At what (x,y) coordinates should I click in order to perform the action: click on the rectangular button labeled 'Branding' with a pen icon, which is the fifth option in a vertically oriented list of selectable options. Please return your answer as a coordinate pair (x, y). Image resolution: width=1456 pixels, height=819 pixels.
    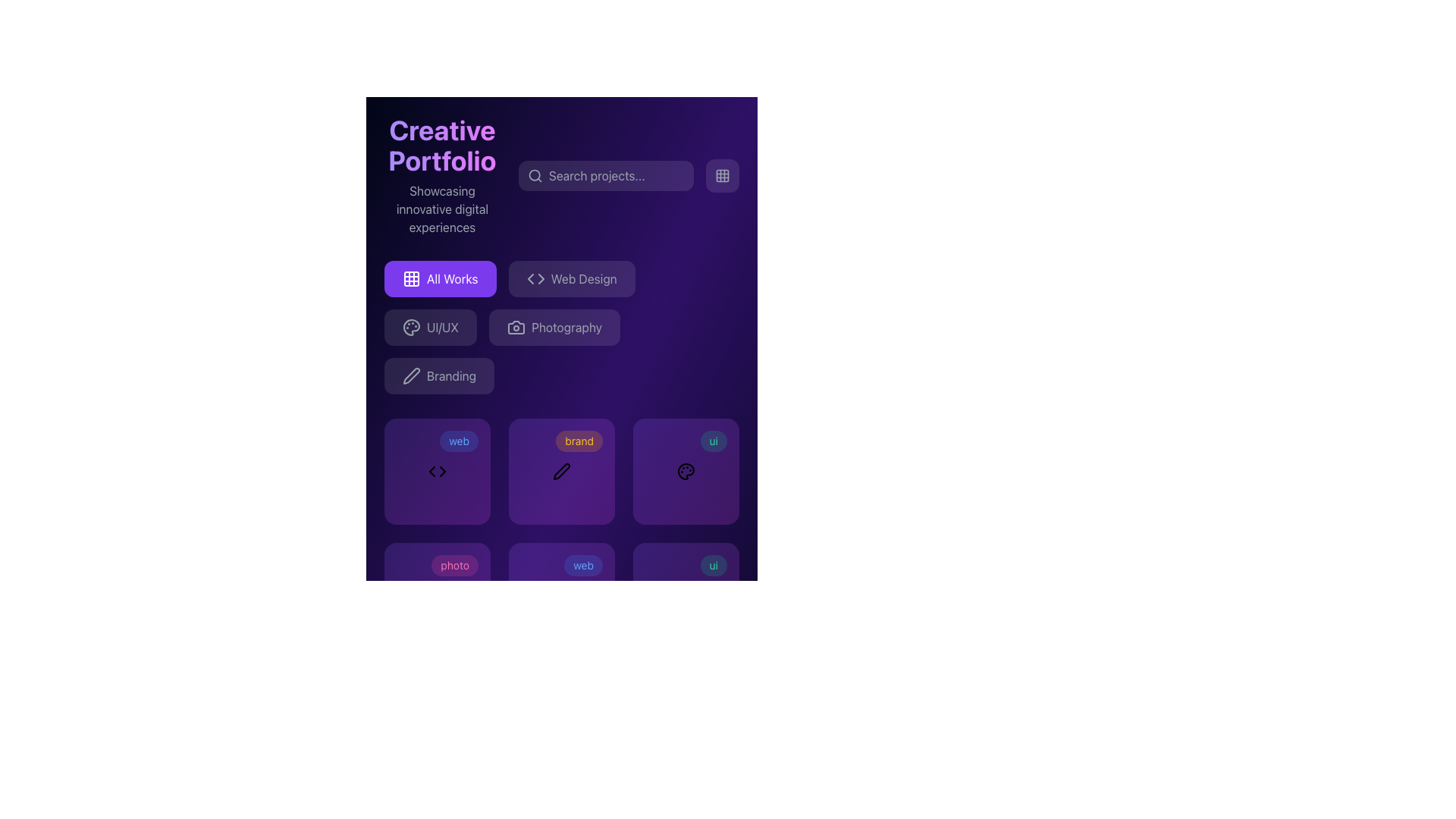
    Looking at the image, I should click on (438, 375).